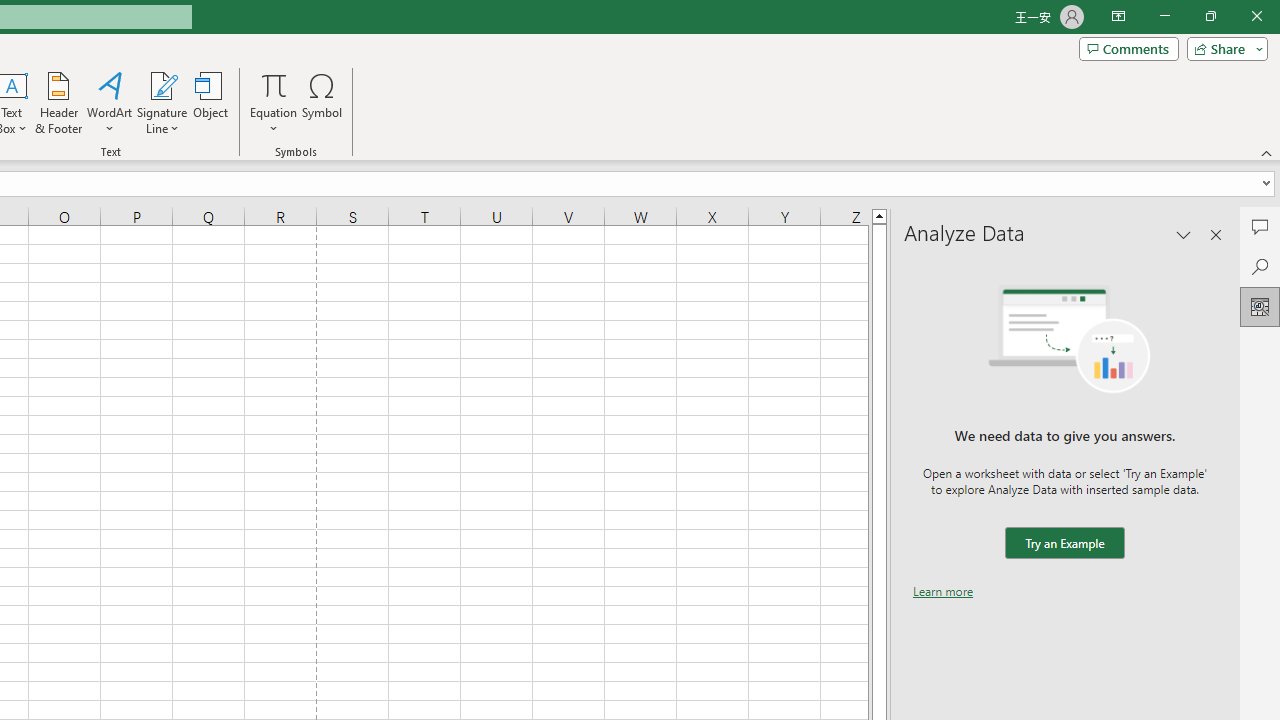  Describe the element at coordinates (58, 103) in the screenshot. I see `'Header & Footer...'` at that location.